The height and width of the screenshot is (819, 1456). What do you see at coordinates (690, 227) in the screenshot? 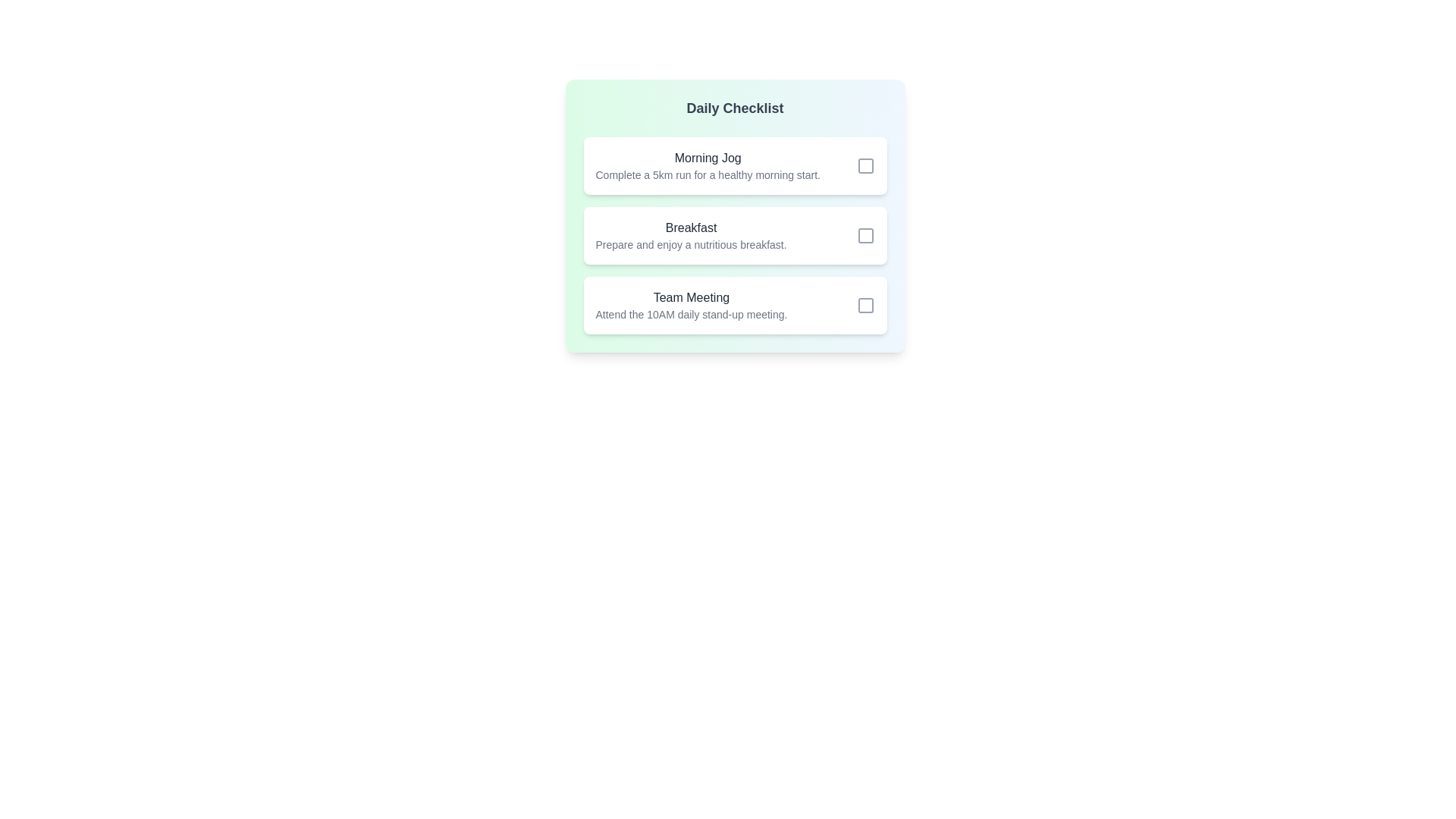
I see `the task titled Breakfast to view its description` at bounding box center [690, 227].